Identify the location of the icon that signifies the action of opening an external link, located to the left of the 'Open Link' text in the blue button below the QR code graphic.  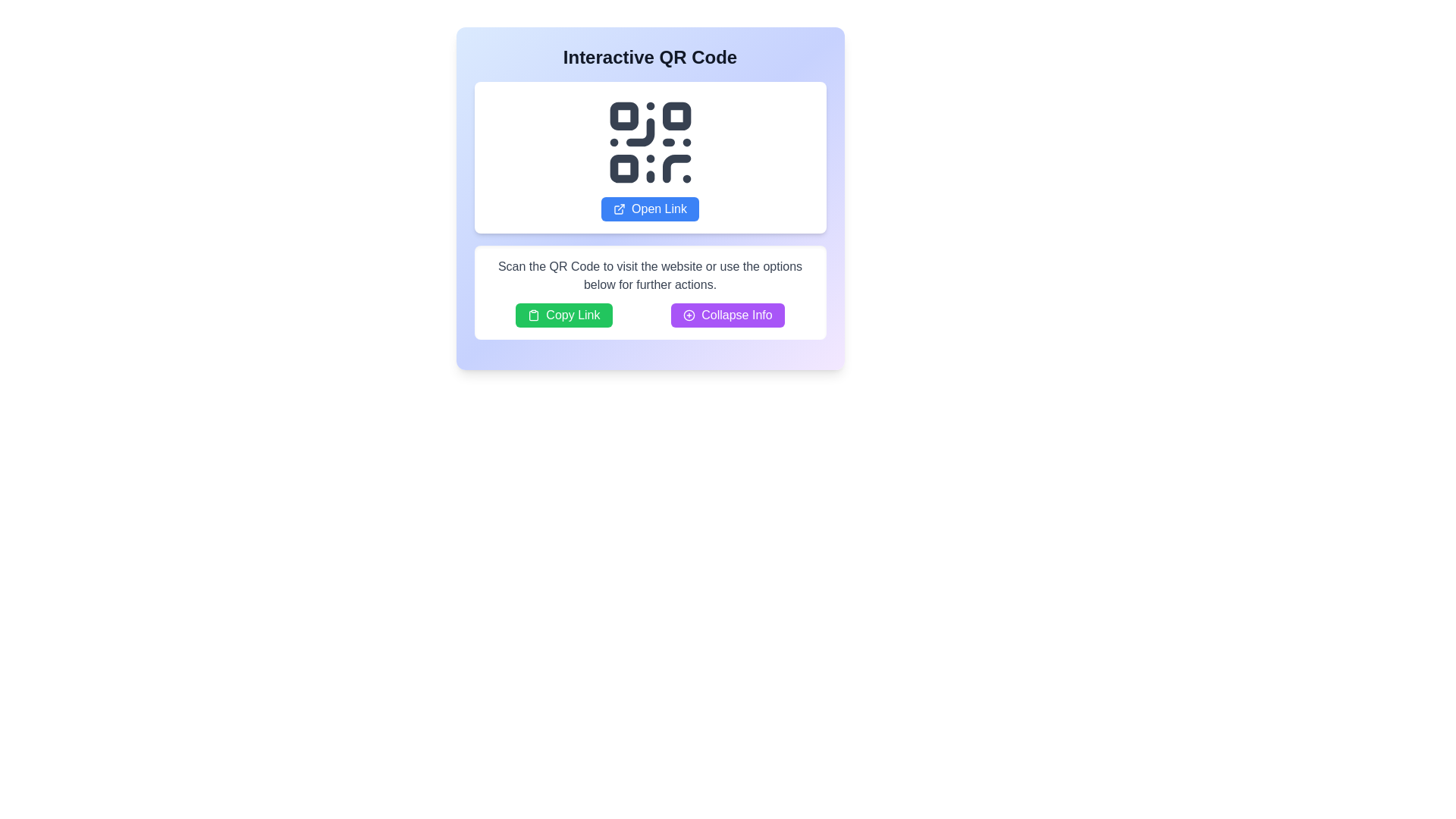
(619, 209).